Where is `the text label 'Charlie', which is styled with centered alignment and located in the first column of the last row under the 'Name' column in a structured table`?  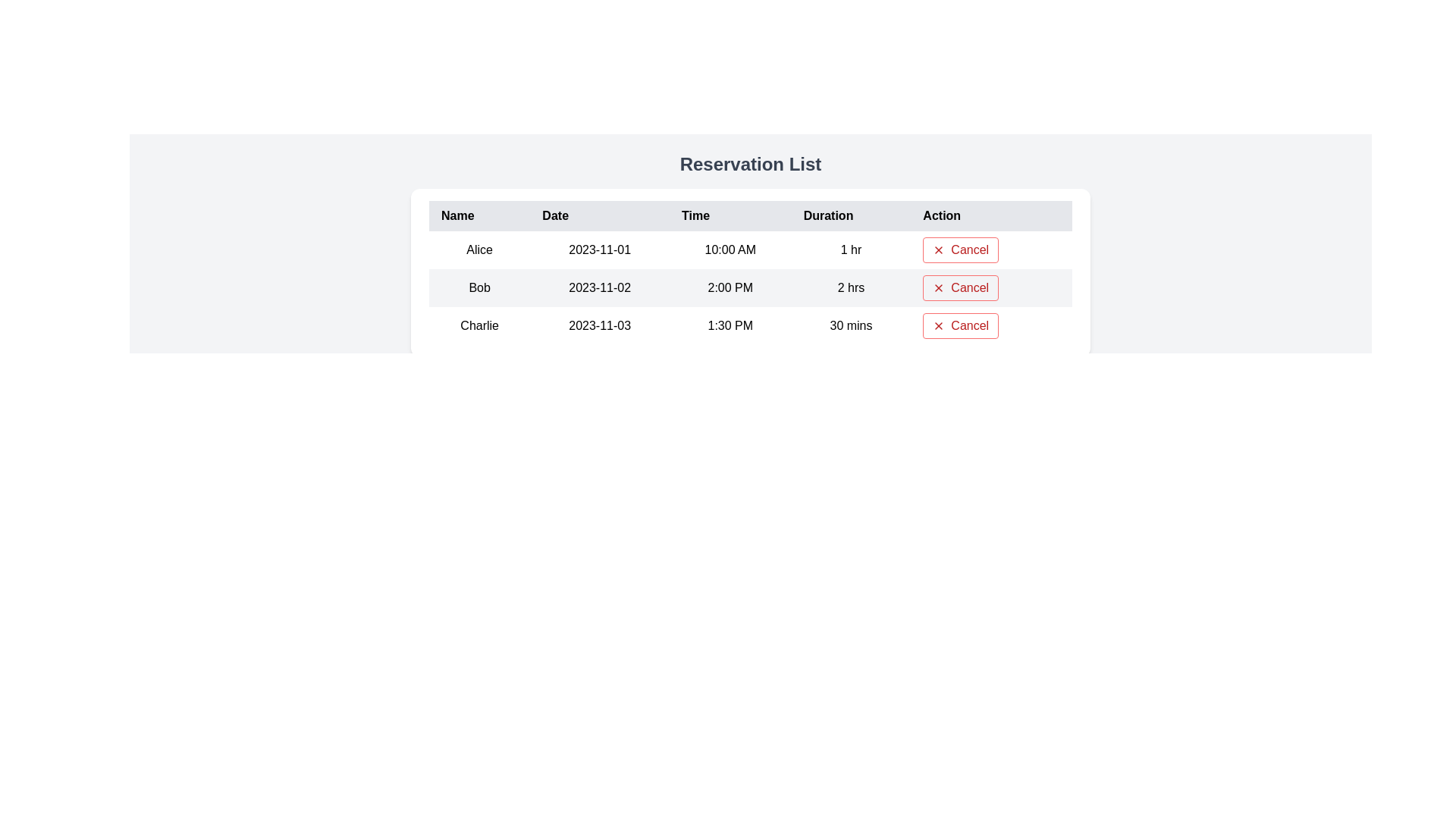
the text label 'Charlie', which is styled with centered alignment and located in the first column of the last row under the 'Name' column in a structured table is located at coordinates (479, 325).